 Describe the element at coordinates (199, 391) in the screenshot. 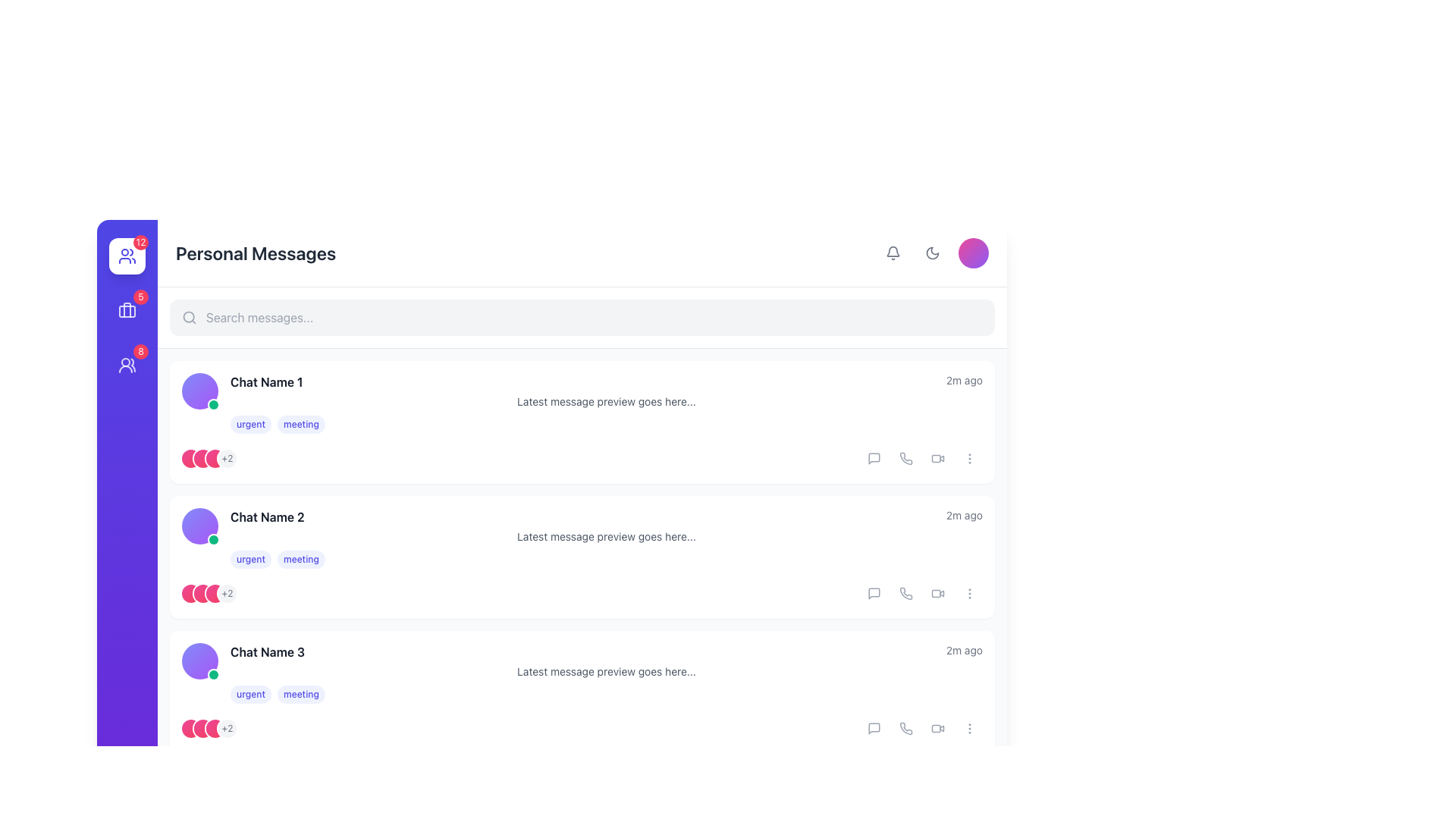

I see `the user's avatar located at the top-left of the list item labeled 'Chat Name 1'` at that location.